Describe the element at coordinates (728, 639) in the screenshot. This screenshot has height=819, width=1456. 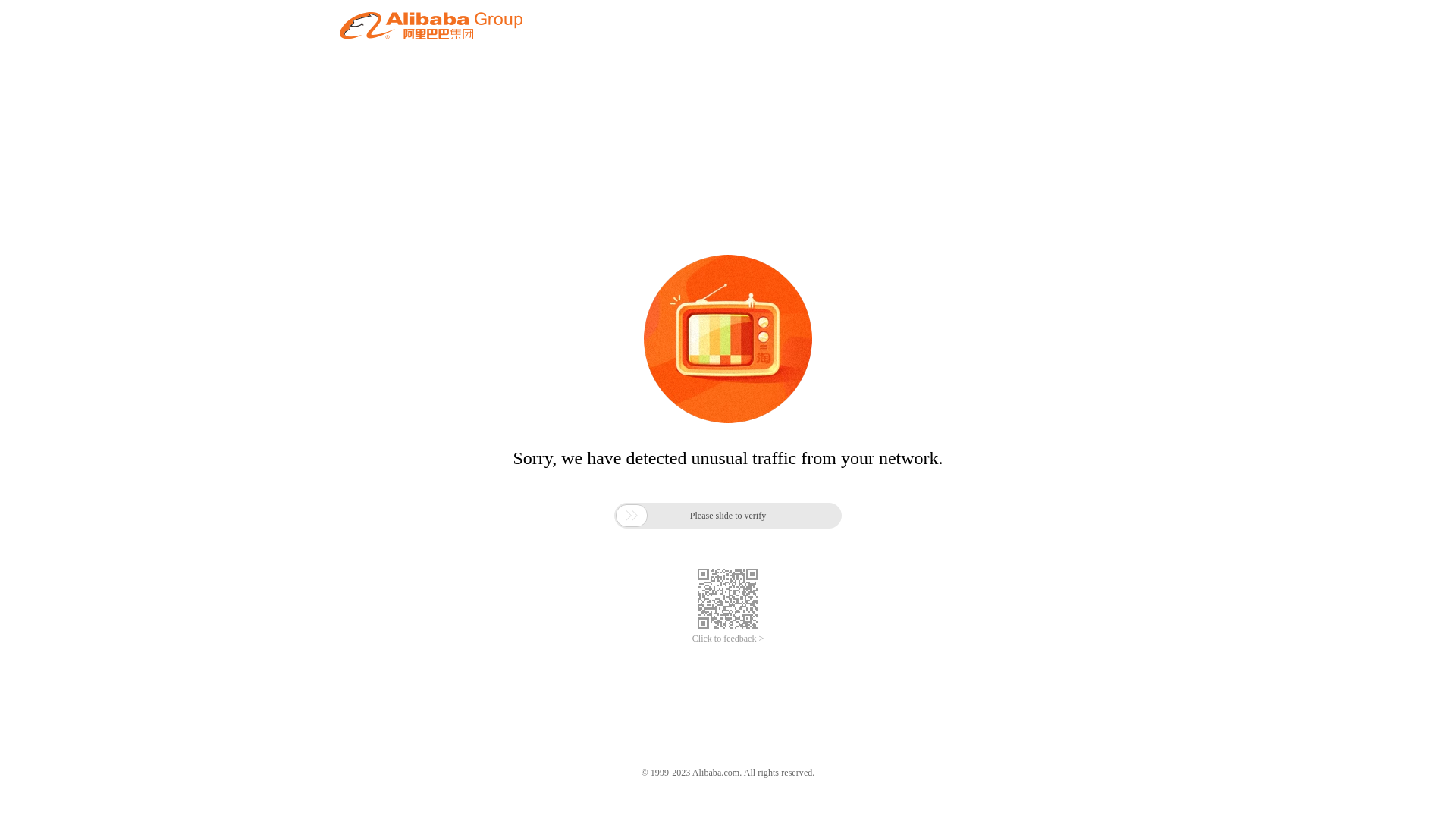
I see `'Click to feedback >'` at that location.